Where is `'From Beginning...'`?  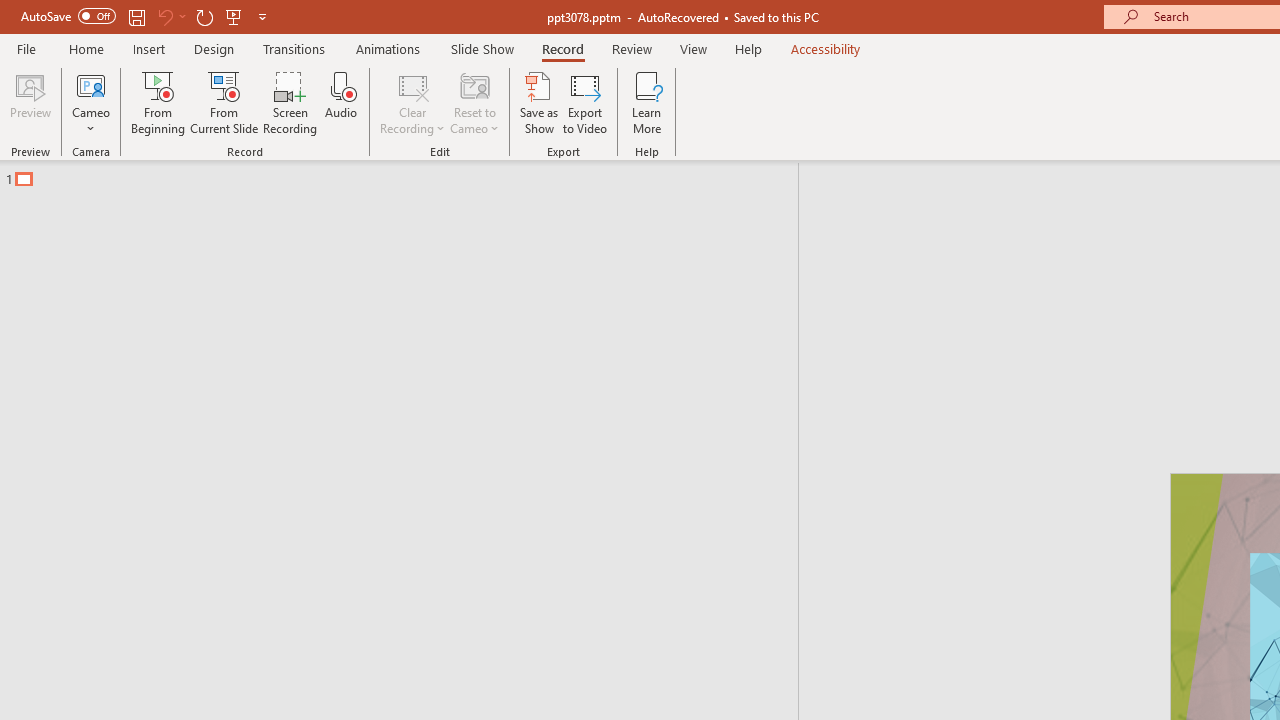
'From Beginning...' is located at coordinates (157, 103).